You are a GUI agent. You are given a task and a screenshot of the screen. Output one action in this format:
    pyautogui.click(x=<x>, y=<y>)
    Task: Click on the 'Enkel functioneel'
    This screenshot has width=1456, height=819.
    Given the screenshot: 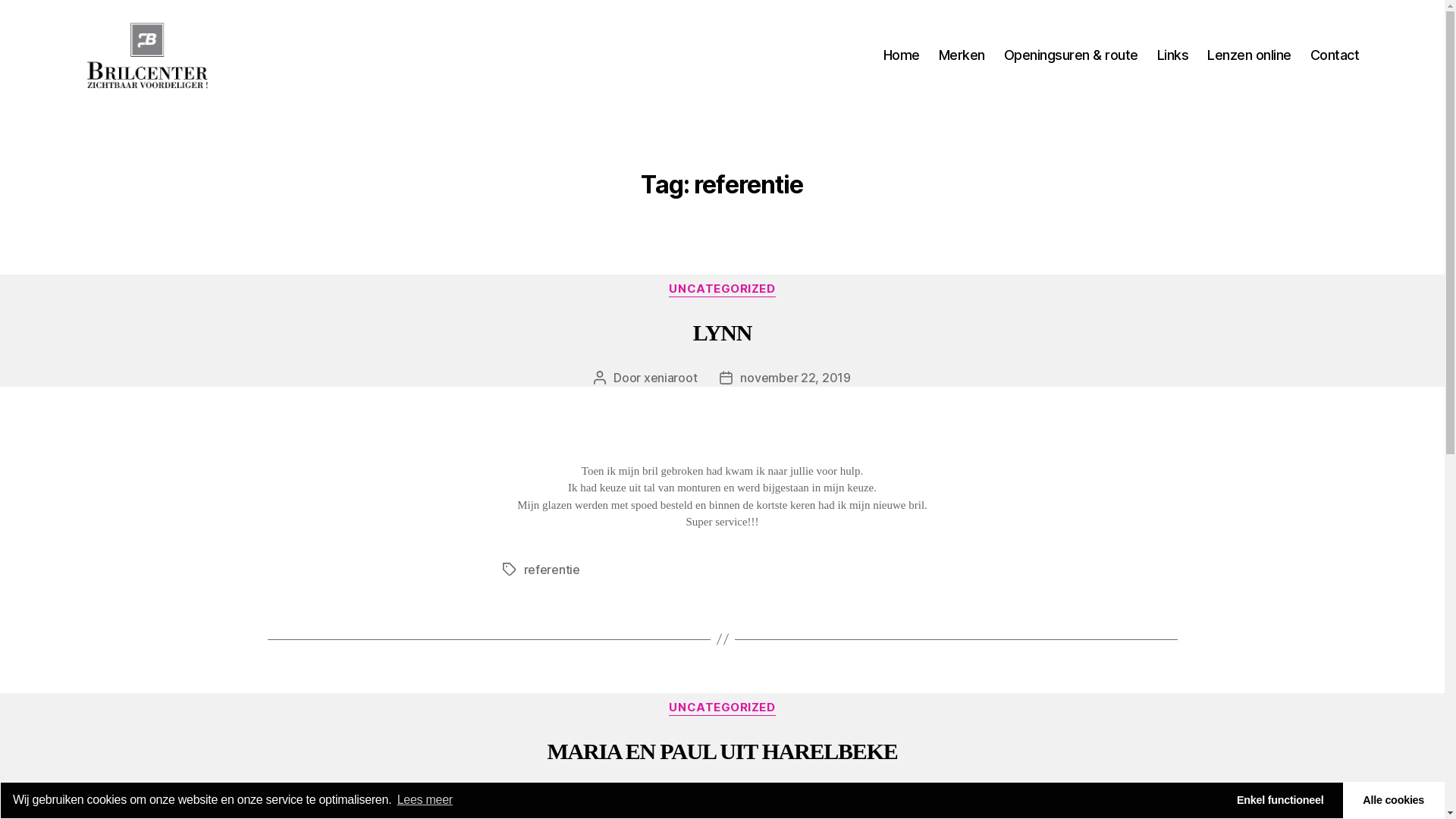 What is the action you would take?
    pyautogui.click(x=1279, y=799)
    